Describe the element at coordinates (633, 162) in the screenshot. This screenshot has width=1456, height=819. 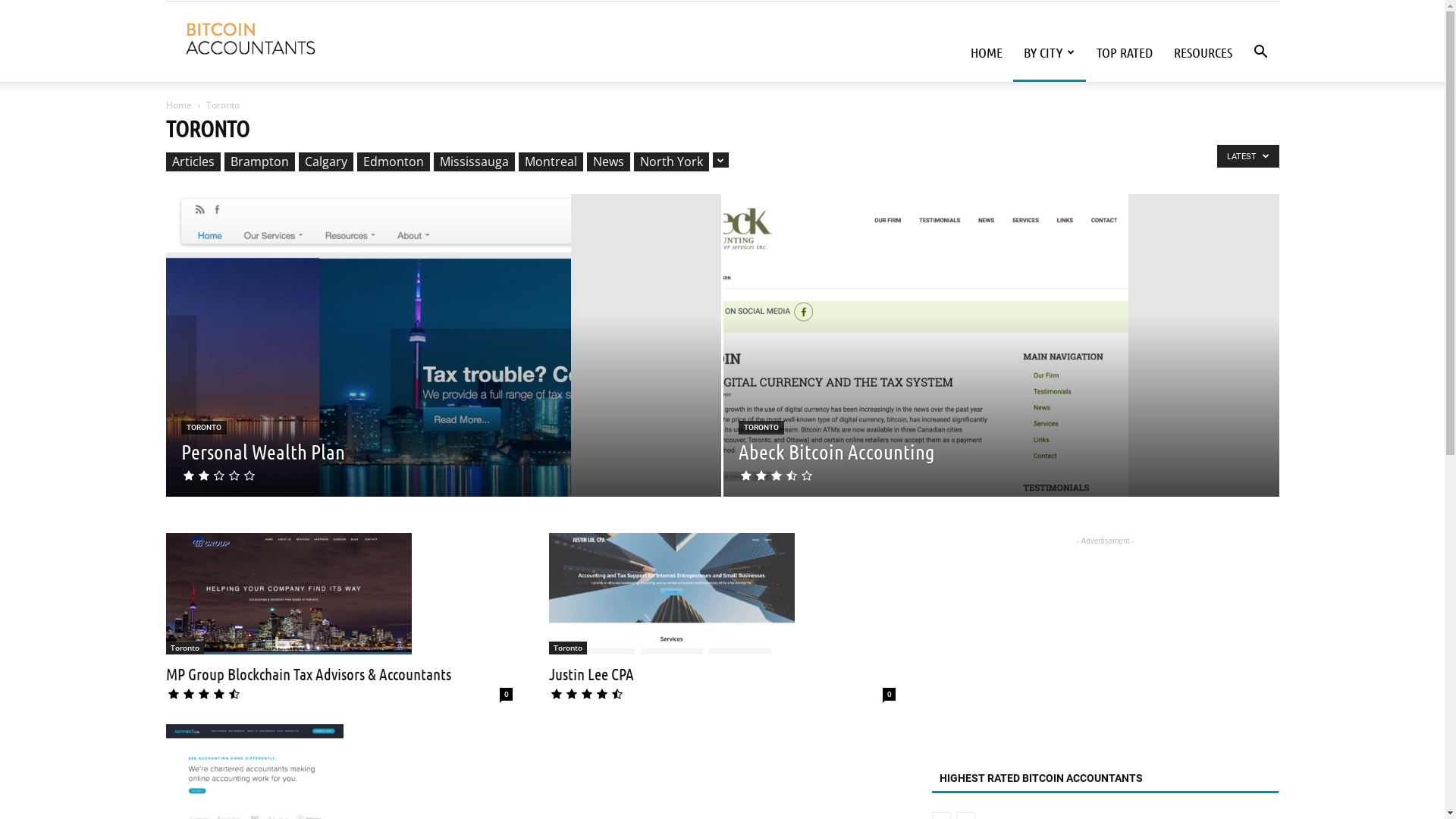
I see `'North York'` at that location.